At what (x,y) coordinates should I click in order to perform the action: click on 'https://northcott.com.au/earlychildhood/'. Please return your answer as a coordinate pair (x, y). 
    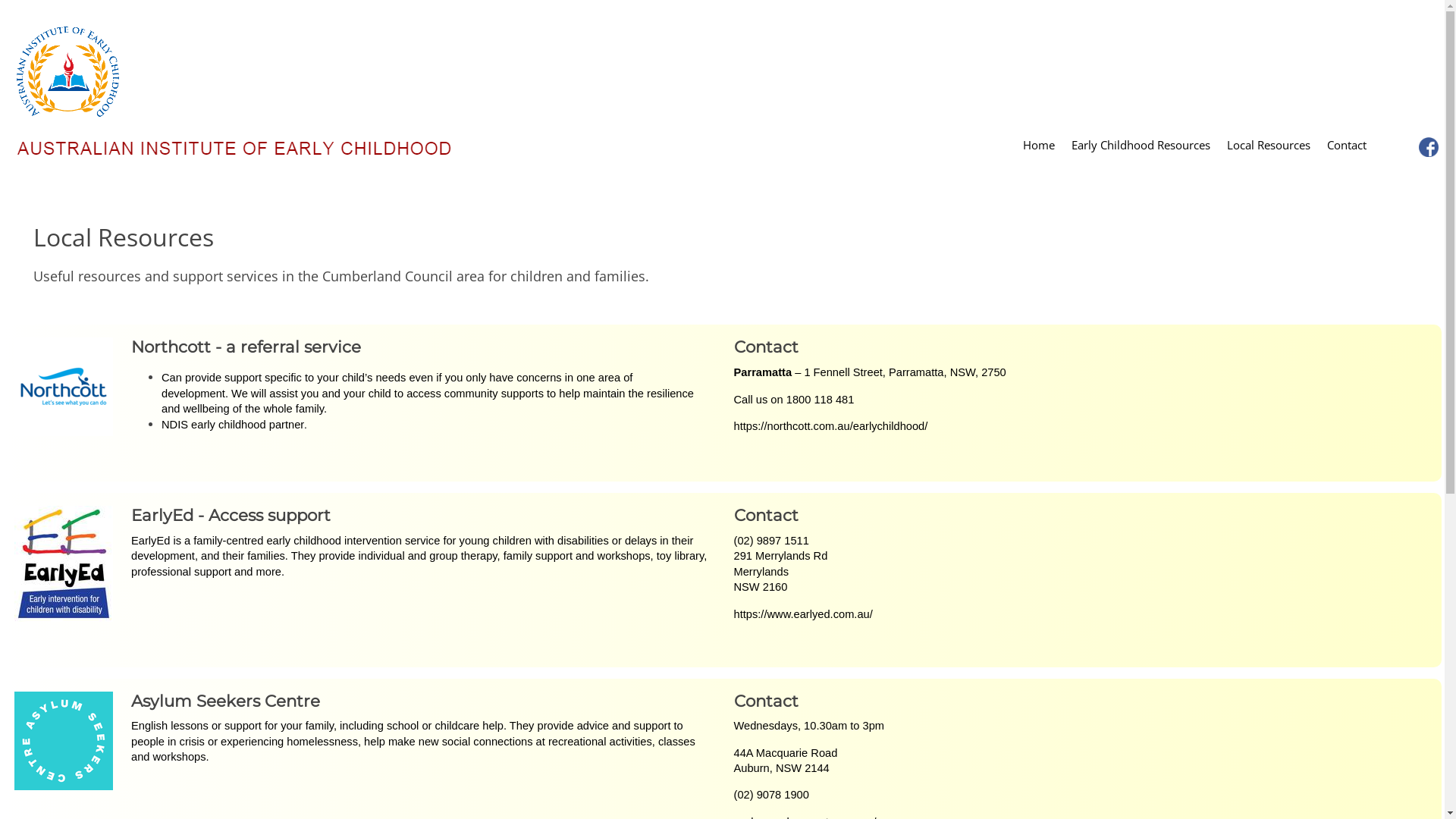
    Looking at the image, I should click on (830, 426).